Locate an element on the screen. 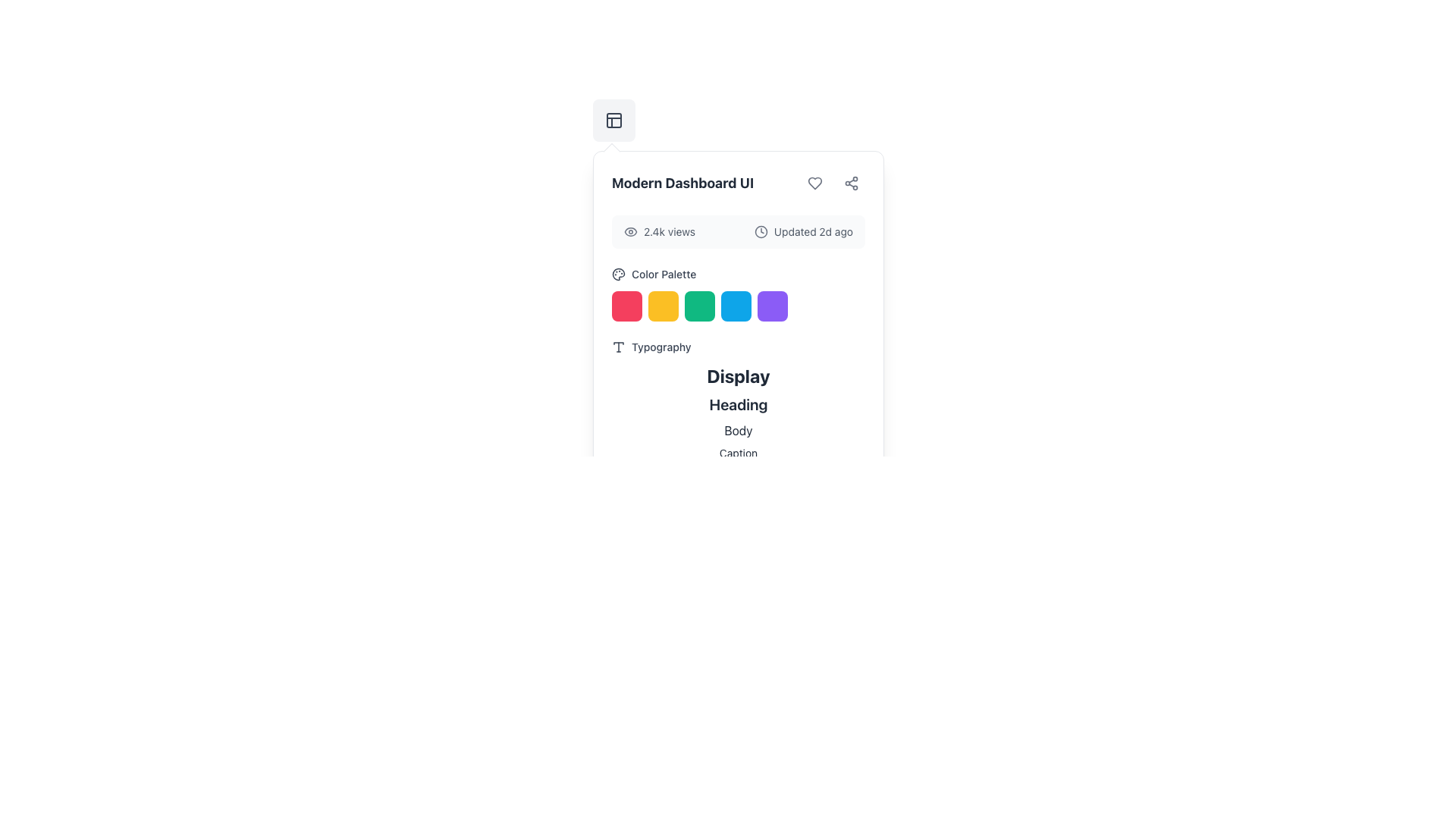 The width and height of the screenshot is (1456, 819). the small white diamond-shaped decorative component with a gray border, positioned above the 'Modern Dashboard UI' content box is located at coordinates (611, 152).